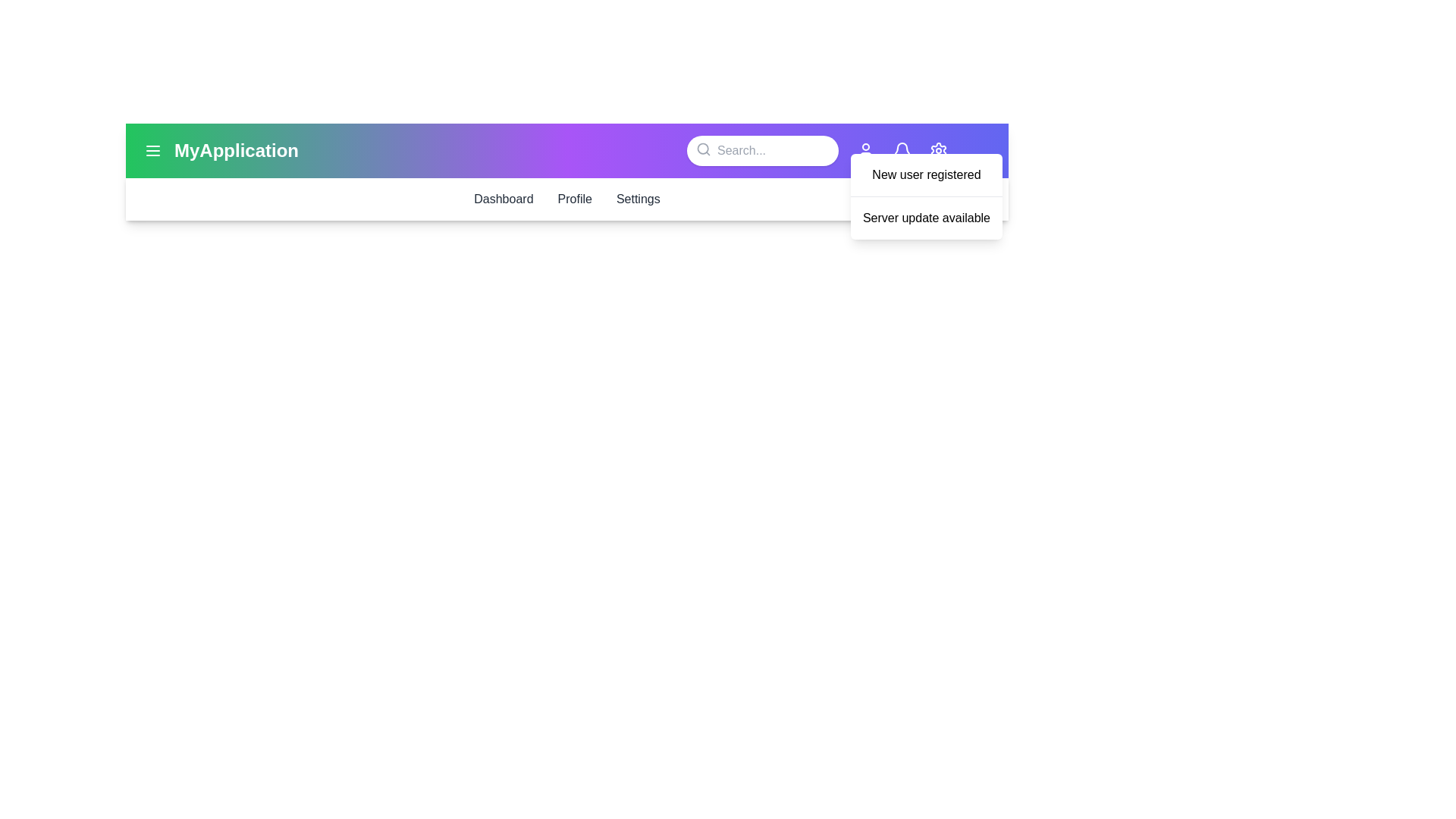  Describe the element at coordinates (503, 198) in the screenshot. I see `the menu item Dashboard to navigate to the corresponding section` at that location.